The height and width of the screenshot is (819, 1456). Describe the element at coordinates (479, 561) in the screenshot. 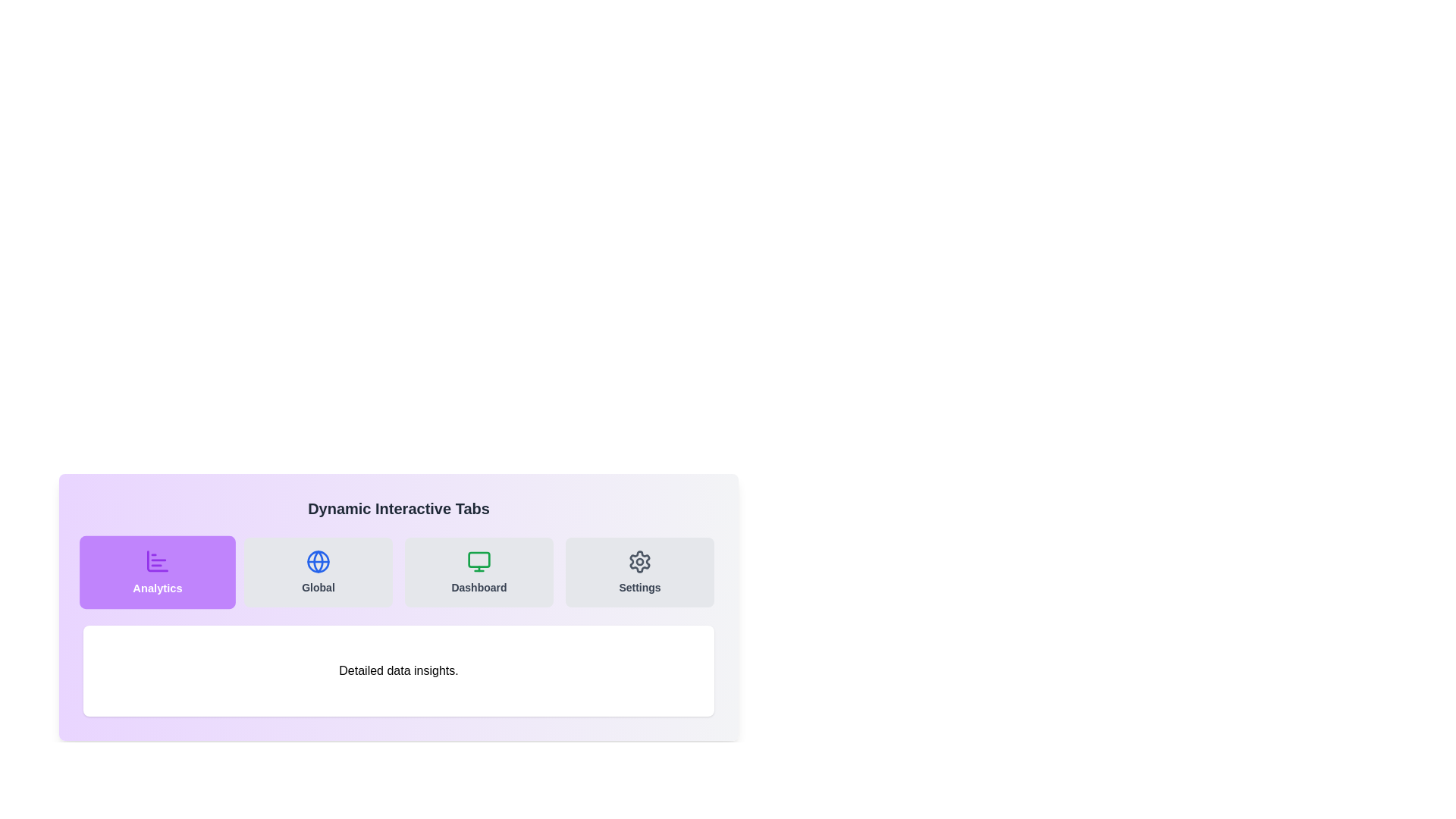

I see `the 'Dashboard' tab icon` at that location.